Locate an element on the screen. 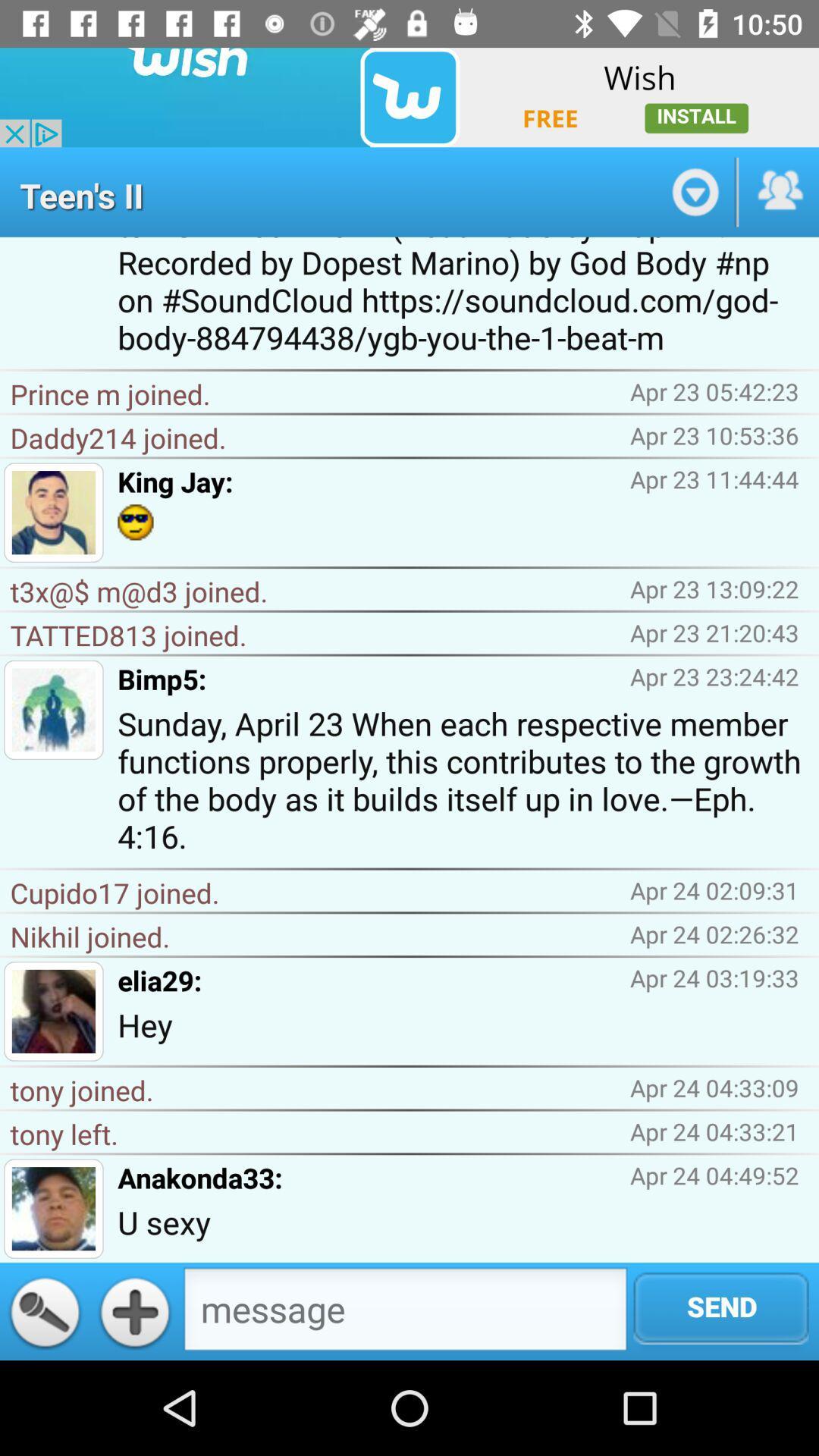  share is located at coordinates (779, 191).